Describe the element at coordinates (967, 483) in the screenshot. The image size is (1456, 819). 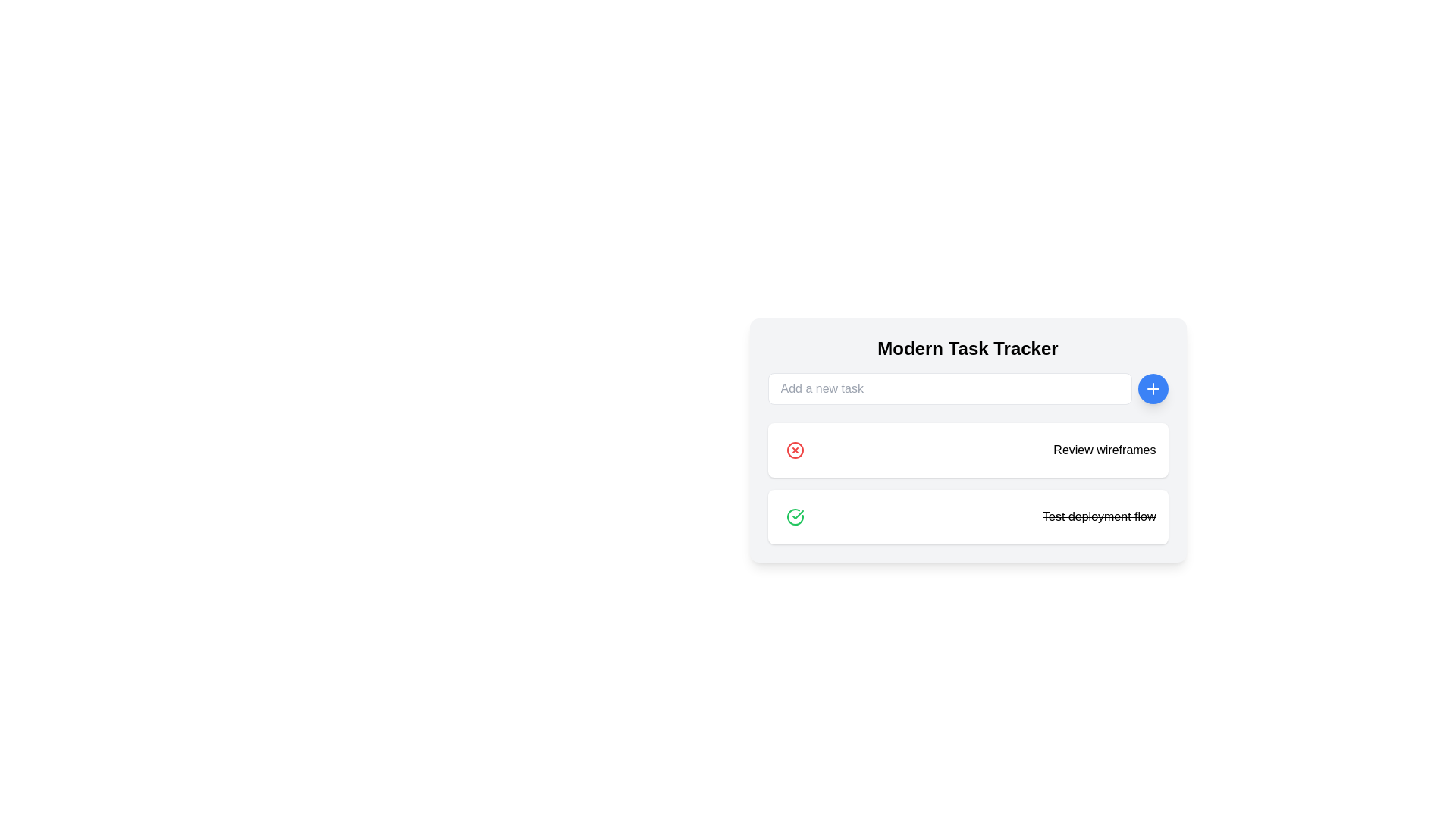
I see `the action icons on the Task list component to mark tasks as completed or delete them, which are located under the 'Modern Task Tracker' section` at that location.